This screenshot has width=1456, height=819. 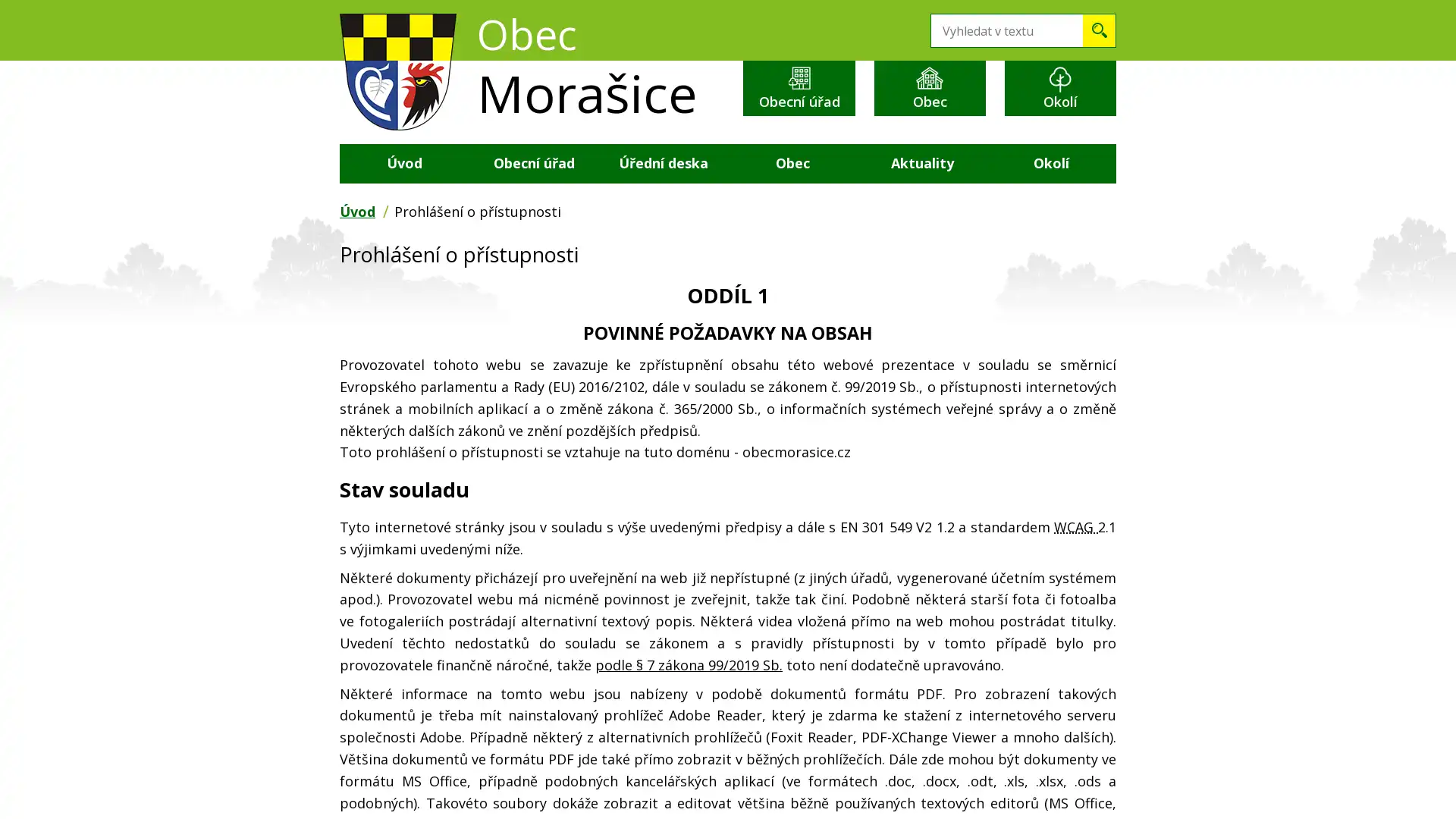 I want to click on Hledat, so click(x=1099, y=30).